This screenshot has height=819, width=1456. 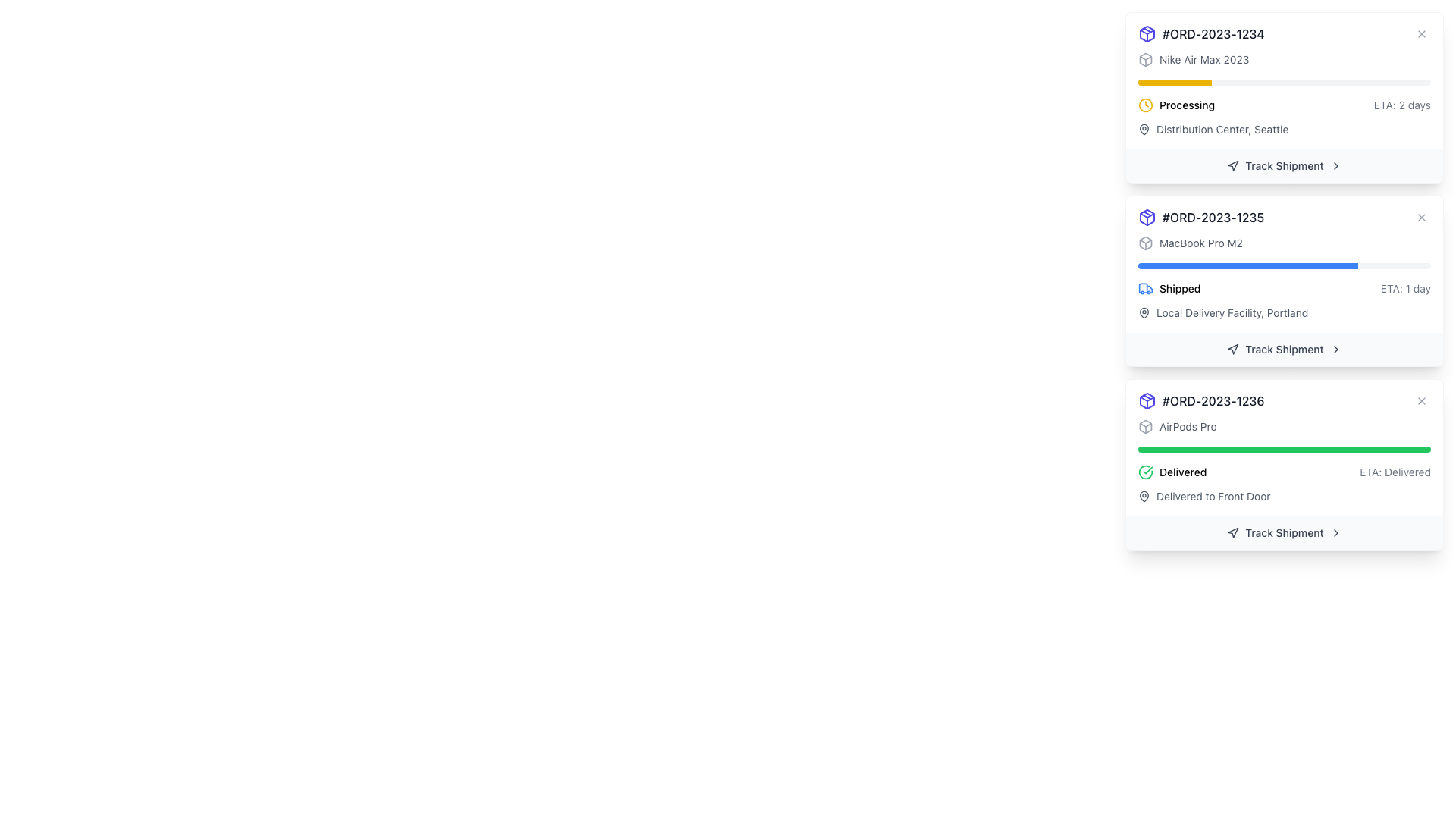 I want to click on the Text label that displays the unique identifier of an order, located at the top-left corner of the order details card, to the right of the parcel icon, so click(x=1213, y=34).